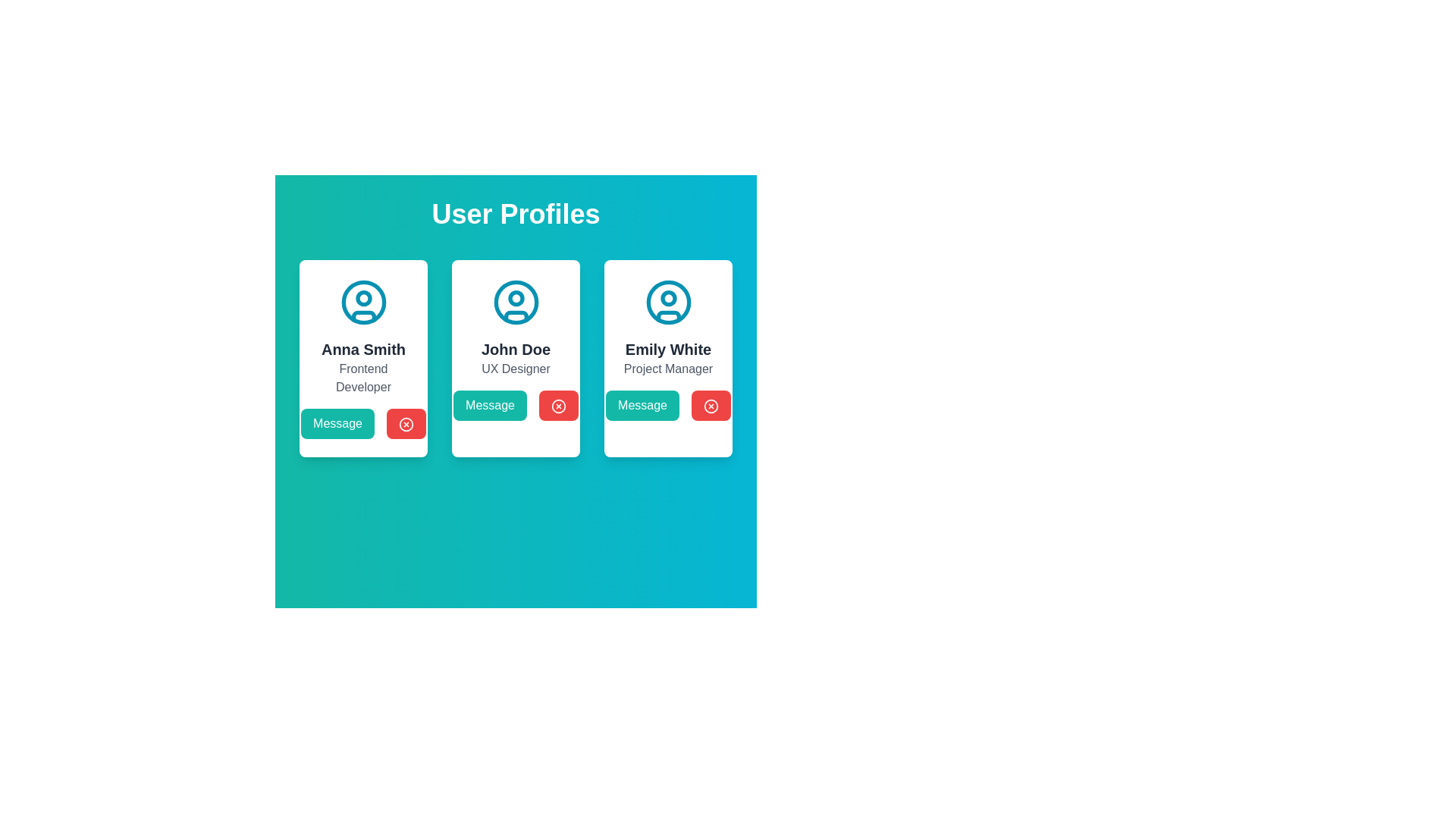  I want to click on text label indicating the role or title of the individual named 'Anna Smith', located beneath the 'Anna Smith' text in the first profile card, so click(362, 377).